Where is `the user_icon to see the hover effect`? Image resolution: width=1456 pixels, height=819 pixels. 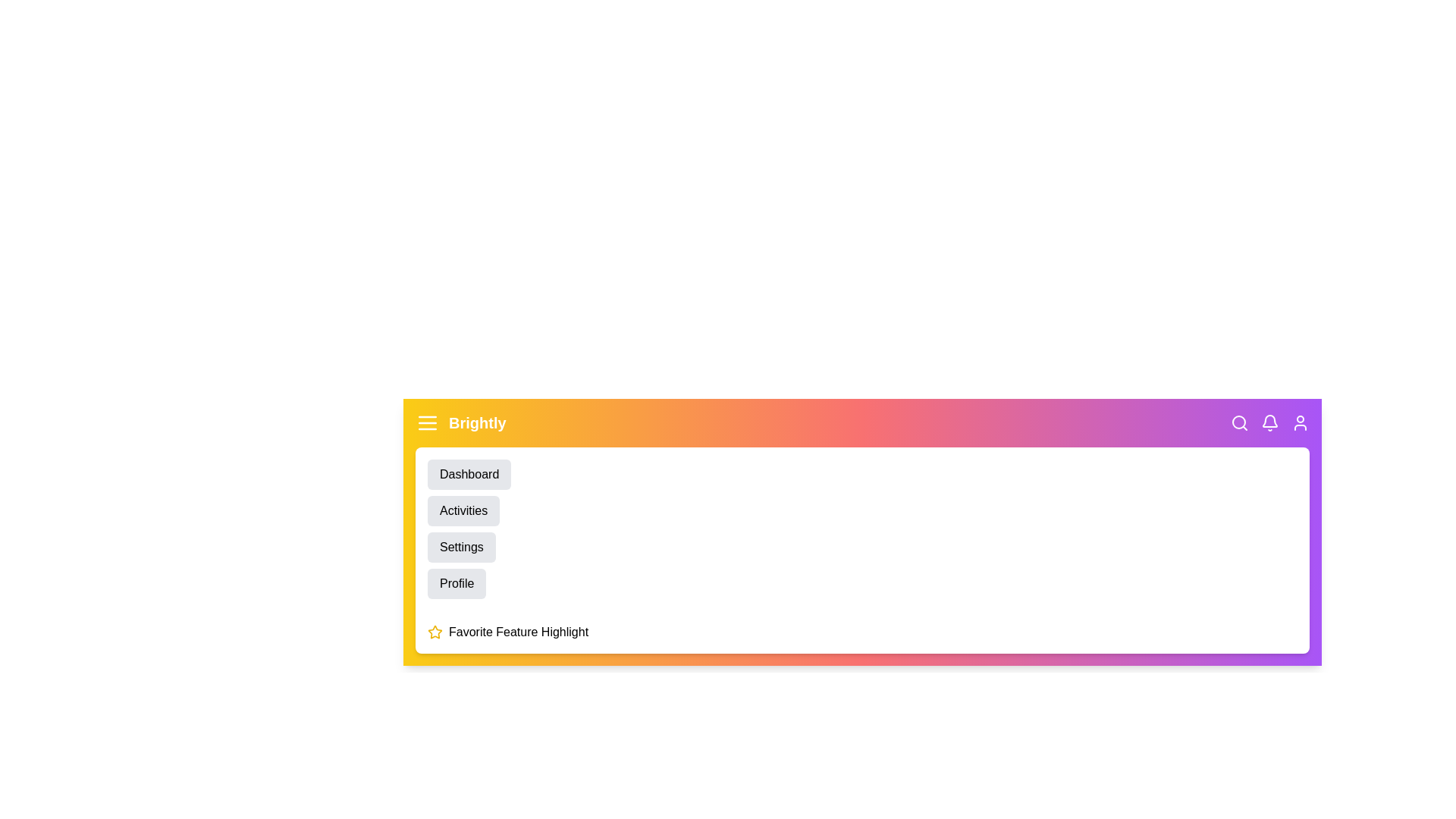 the user_icon to see the hover effect is located at coordinates (1299, 423).